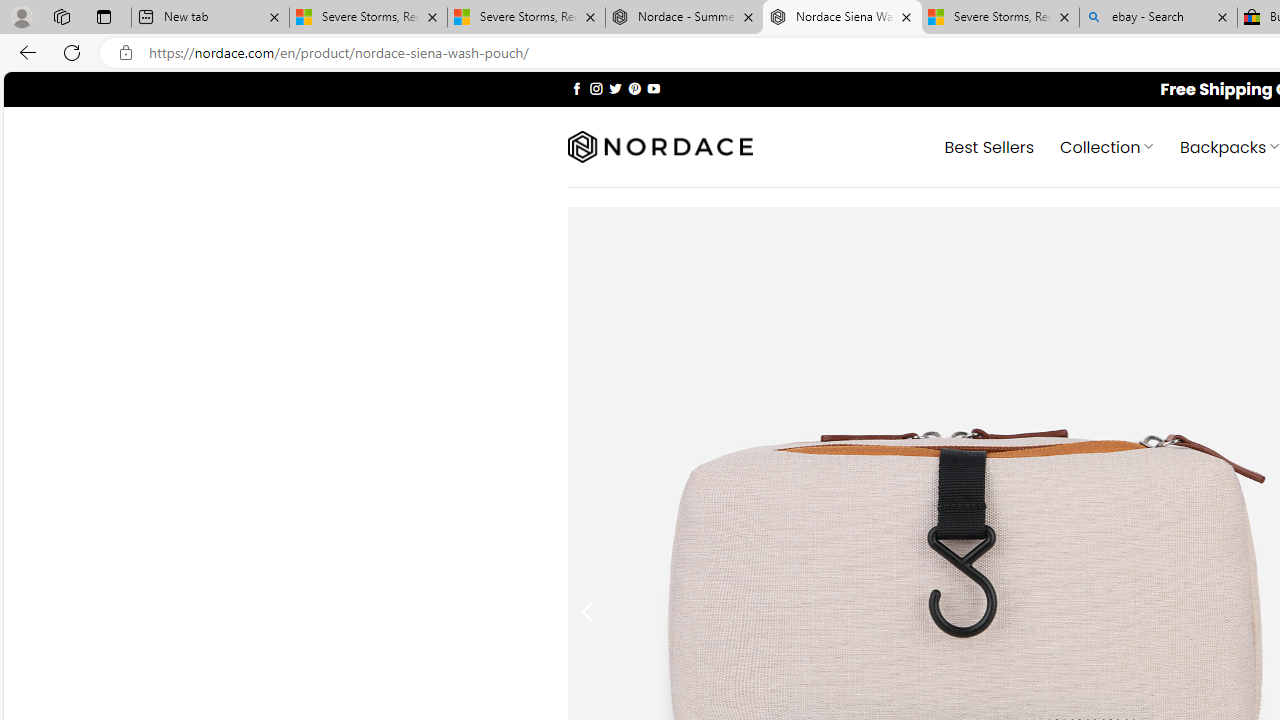  I want to click on 'View site information', so click(125, 52).